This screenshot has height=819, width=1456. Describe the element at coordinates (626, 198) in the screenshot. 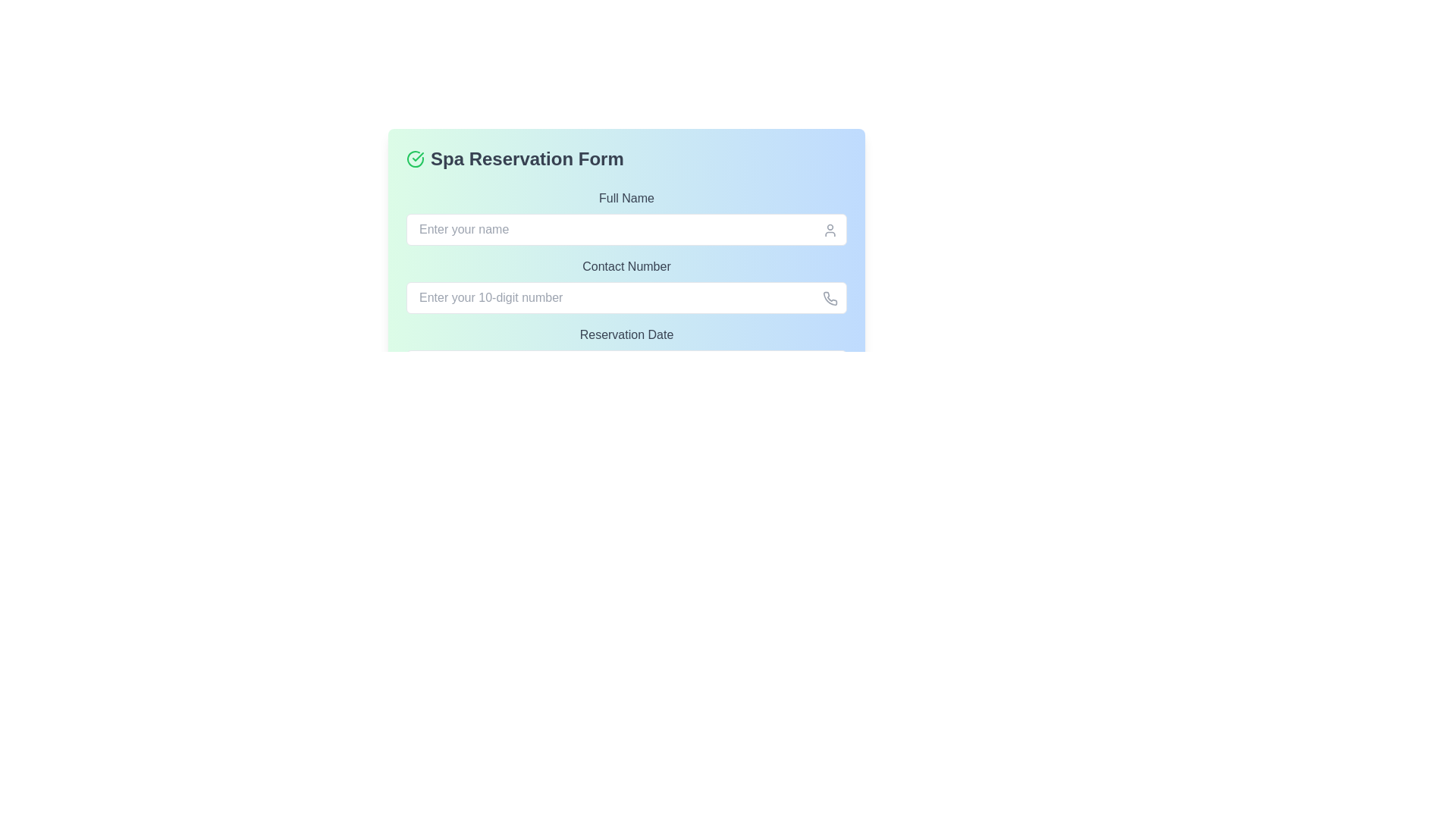

I see `the 'Full Name' label, which is a gray text label prominently displayed above the input field for entering a full name` at that location.